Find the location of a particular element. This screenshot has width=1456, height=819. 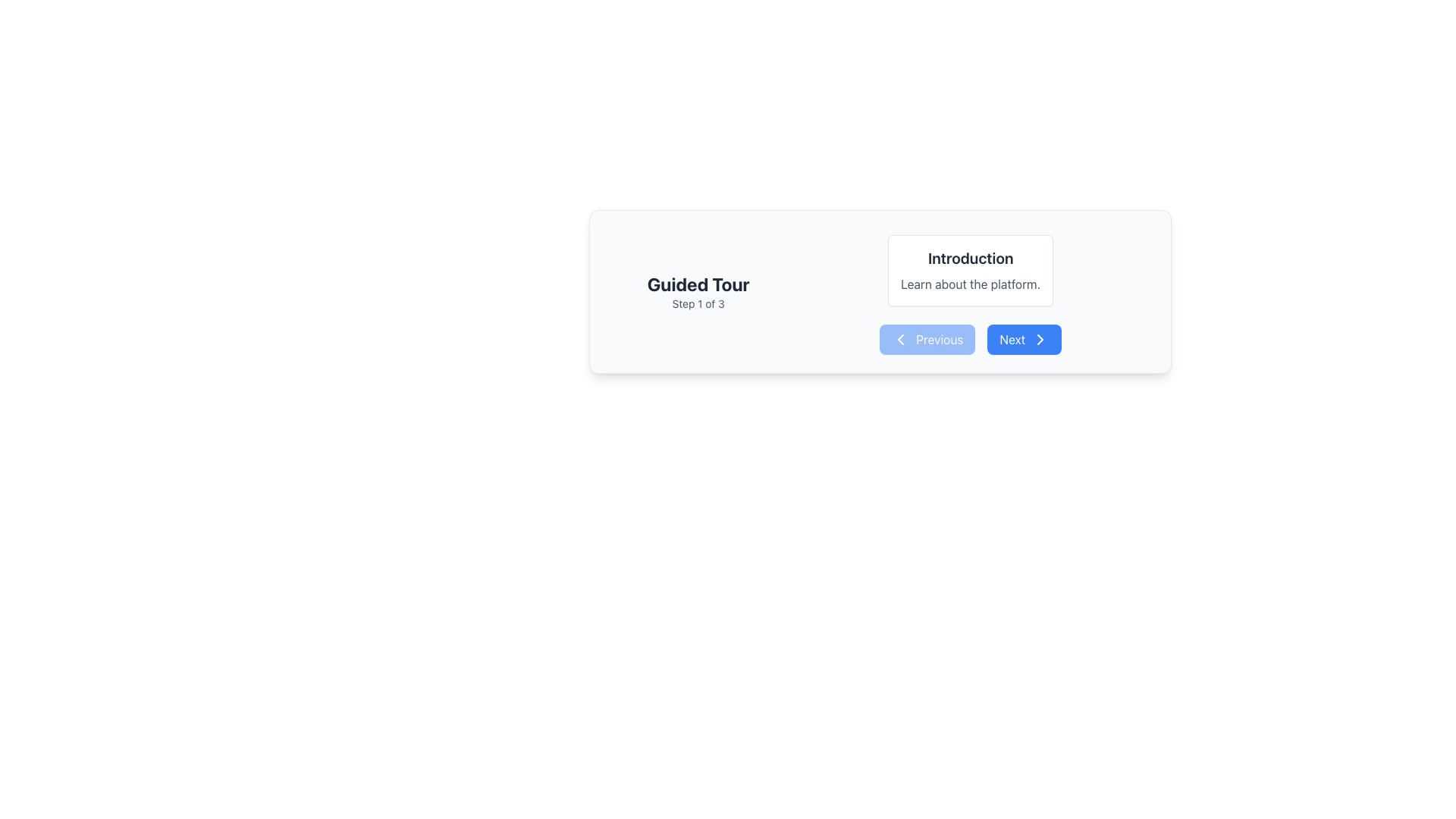

text label styled with a large bold font displaying 'Introduction', located at the top of a white, rounded, shadowed card is located at coordinates (971, 257).